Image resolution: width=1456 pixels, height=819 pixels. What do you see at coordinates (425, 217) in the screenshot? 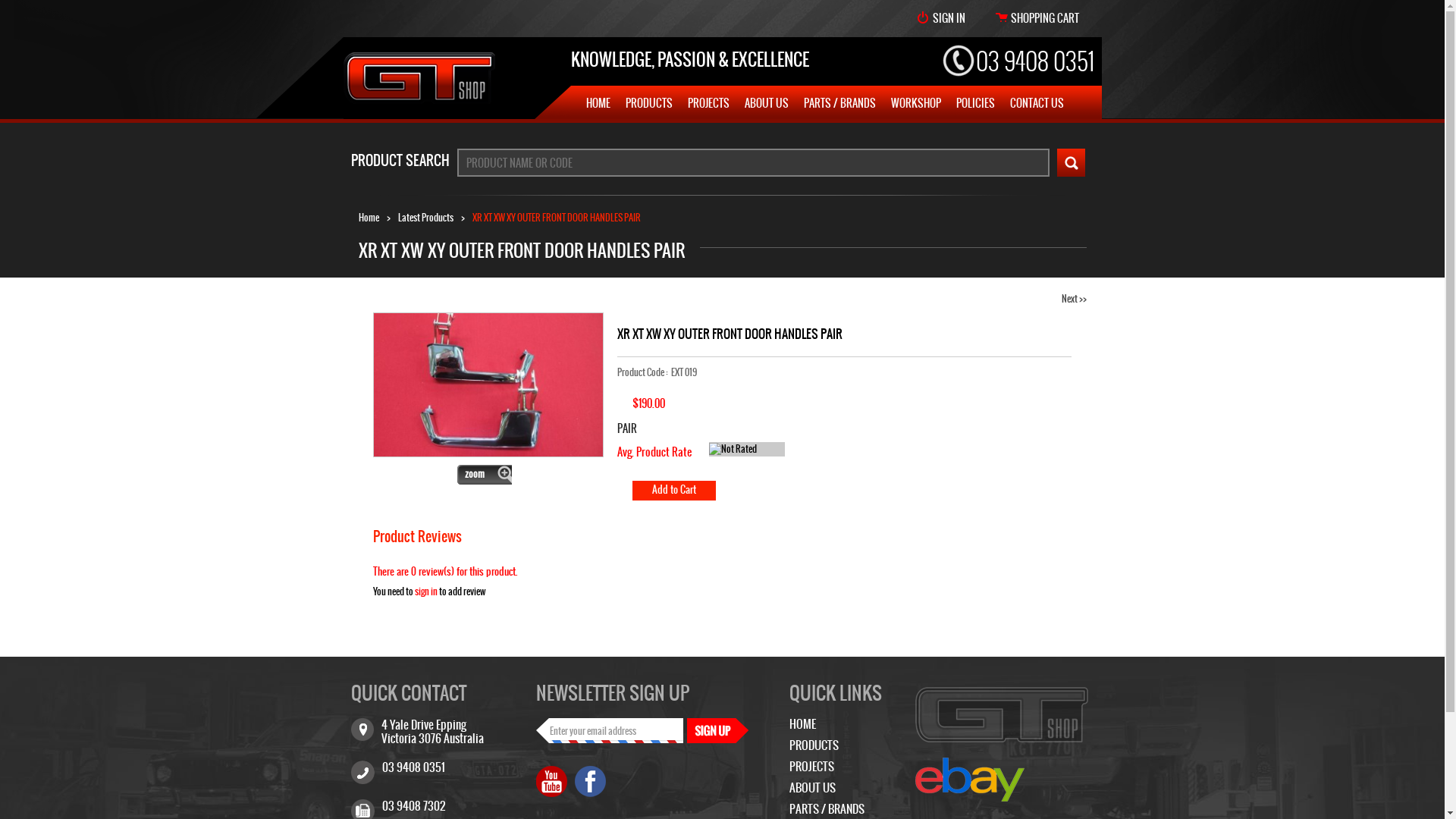
I see `'Latest Products'` at bounding box center [425, 217].